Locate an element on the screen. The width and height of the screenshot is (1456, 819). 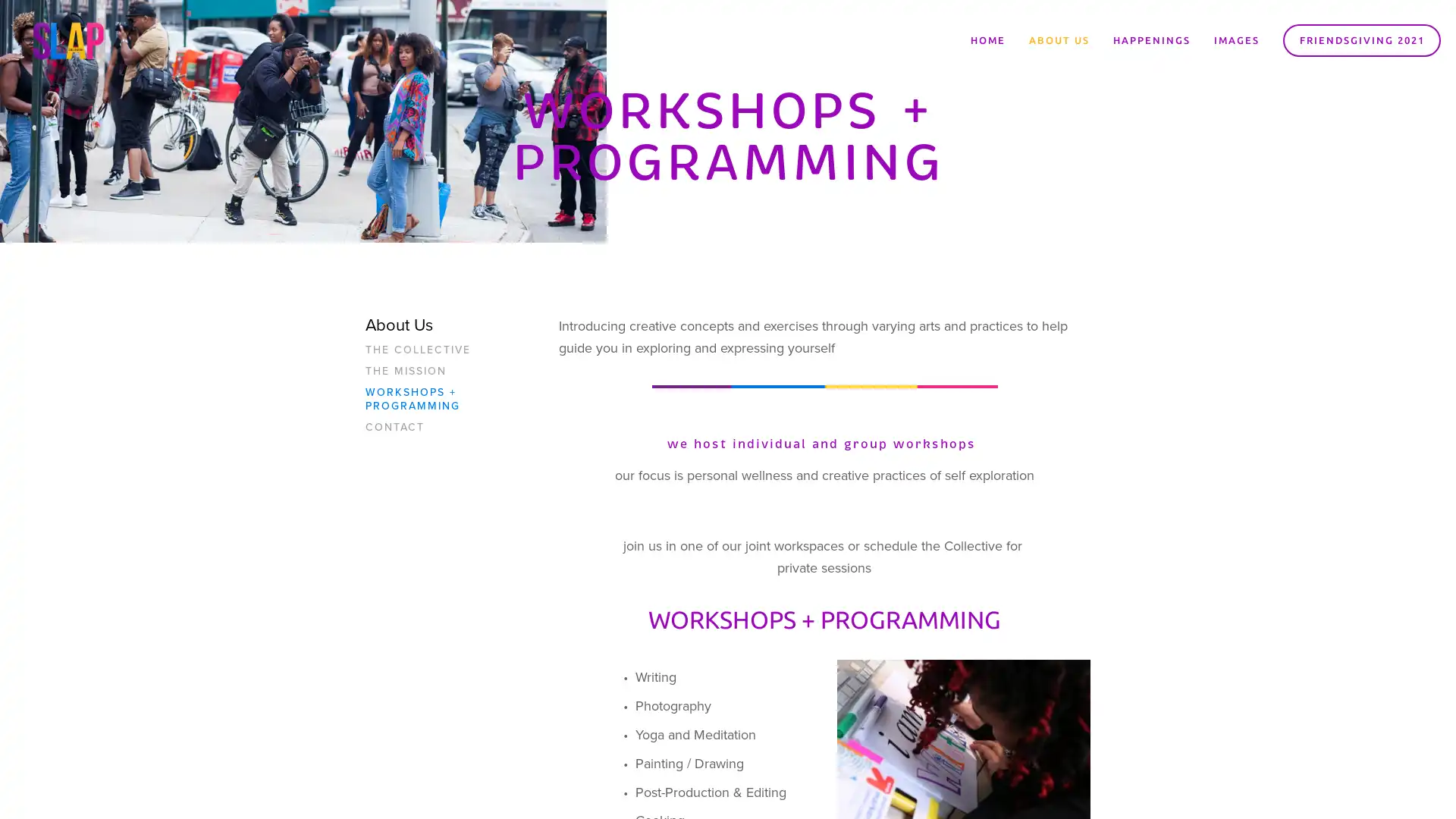
get mo' SLAP! is located at coordinates (822, 449).